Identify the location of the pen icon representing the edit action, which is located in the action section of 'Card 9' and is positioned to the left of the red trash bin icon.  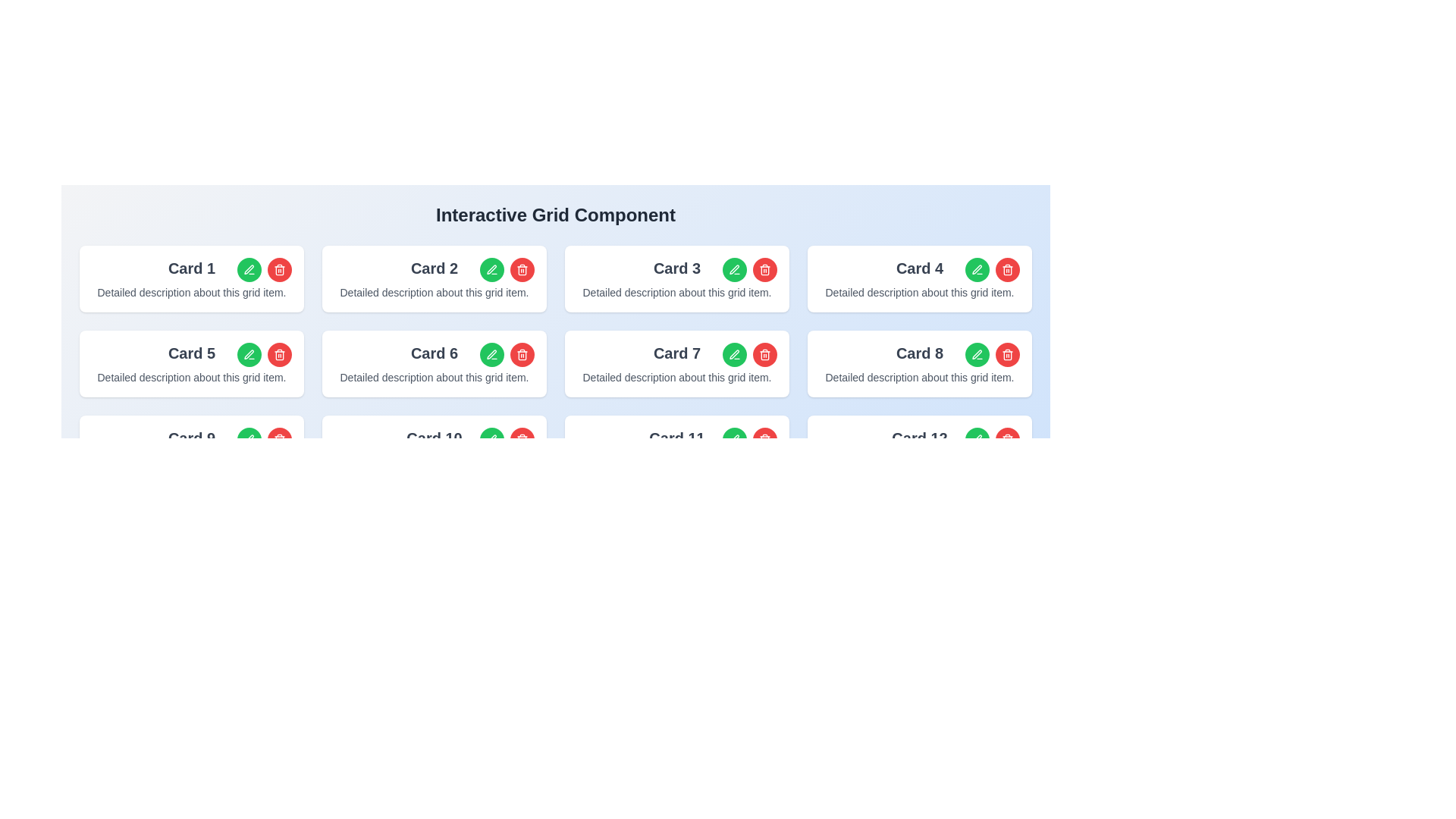
(249, 439).